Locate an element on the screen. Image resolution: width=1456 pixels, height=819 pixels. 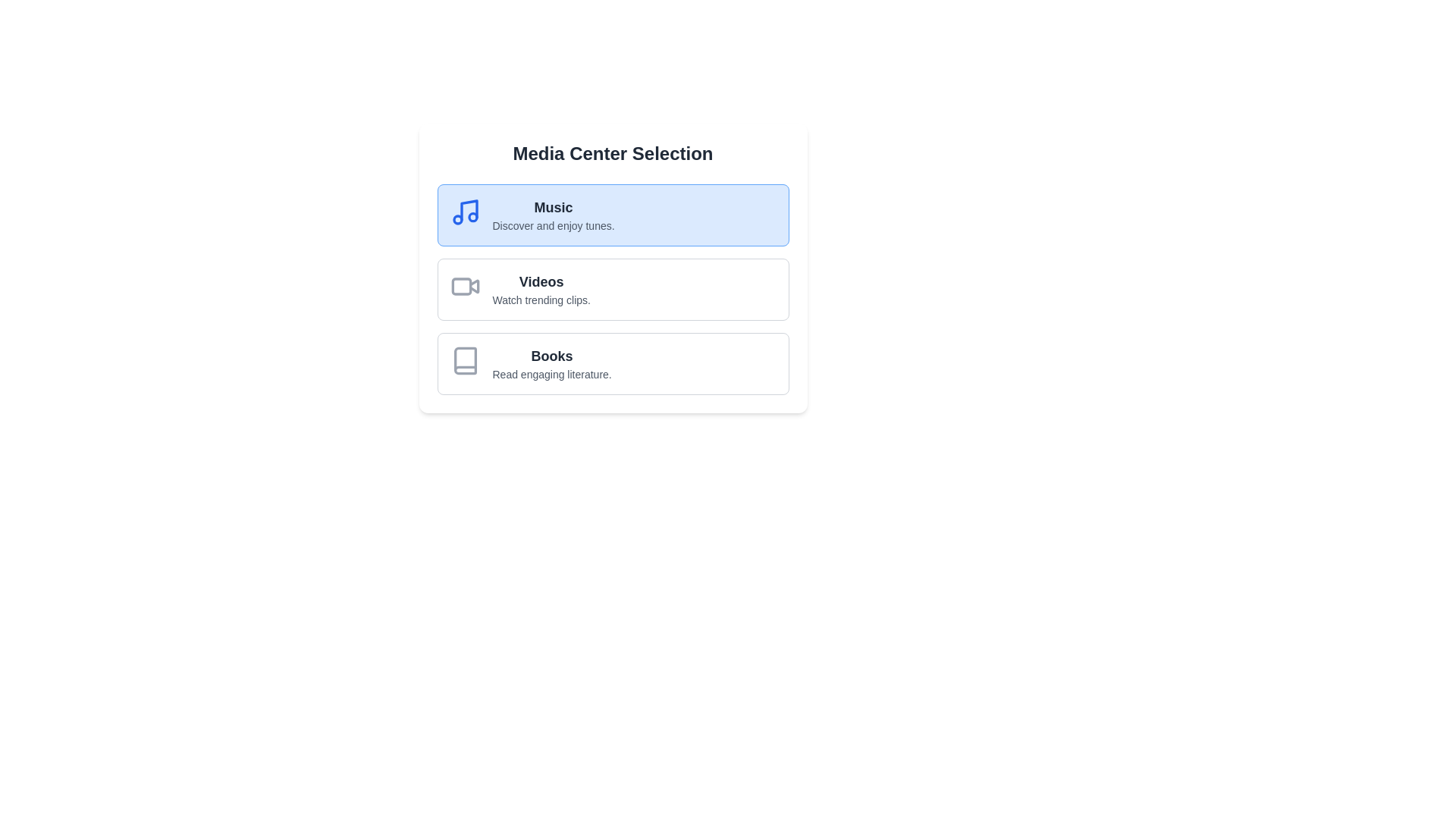
the icon representation of a closed book located in the 'Books' selection option of the 'Media Center Selection' interface is located at coordinates (464, 360).